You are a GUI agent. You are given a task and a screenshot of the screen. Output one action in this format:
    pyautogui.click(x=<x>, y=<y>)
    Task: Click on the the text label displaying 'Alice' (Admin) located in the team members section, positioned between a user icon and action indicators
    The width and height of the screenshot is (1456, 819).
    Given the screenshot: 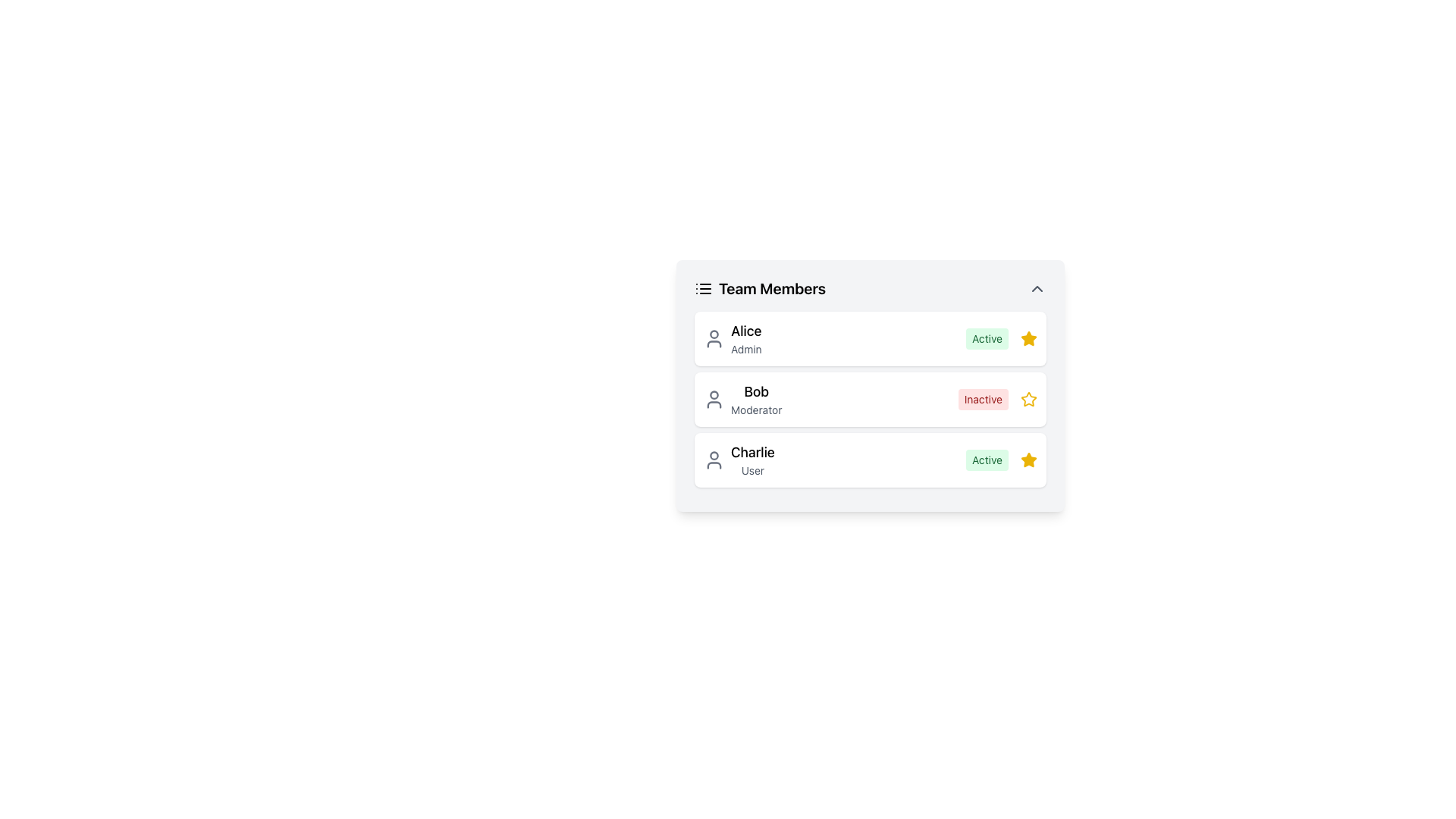 What is the action you would take?
    pyautogui.click(x=746, y=338)
    